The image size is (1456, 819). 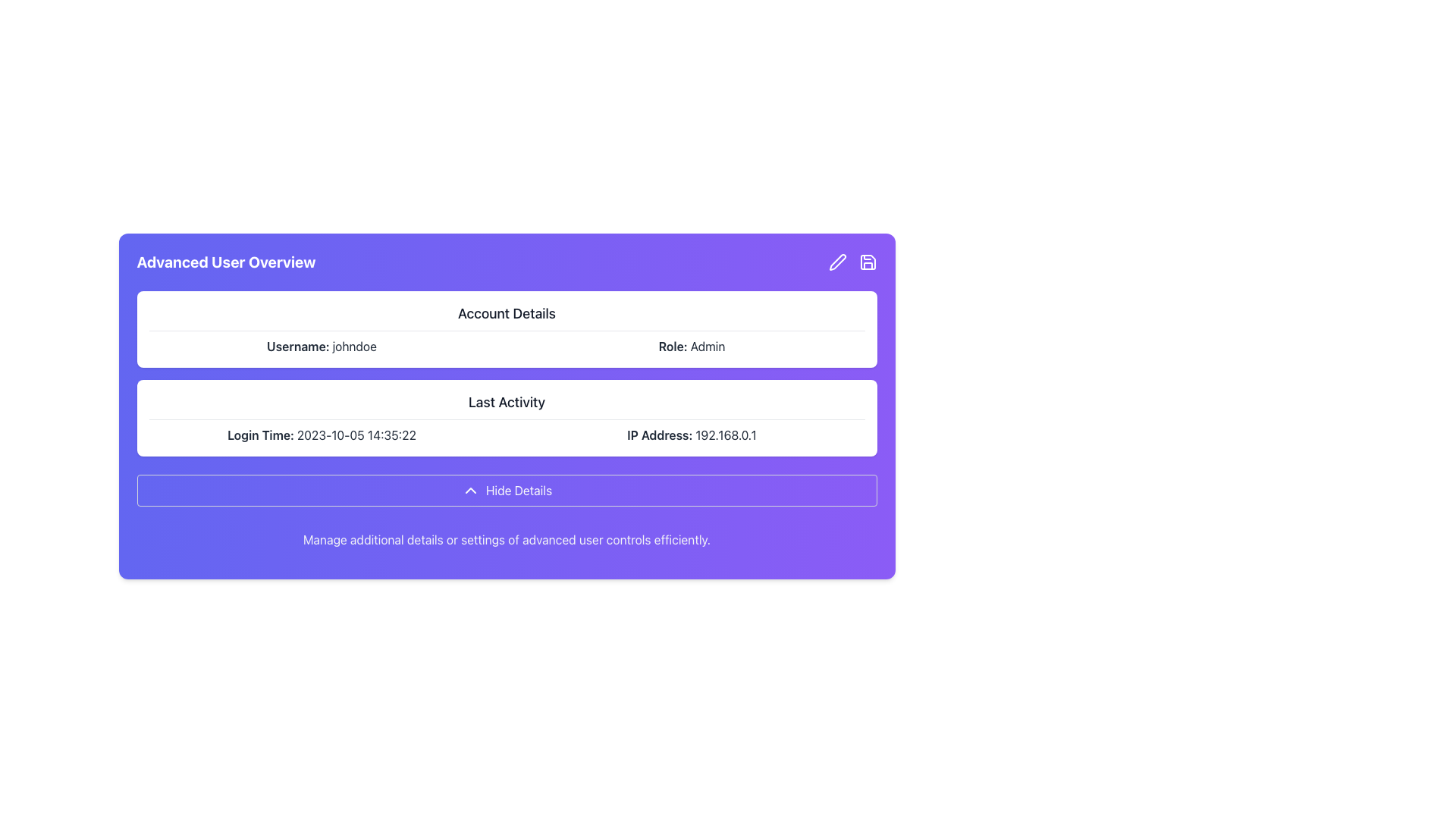 I want to click on text of the label displaying 'Role:' which is positioned to the left of the text 'Admin' under the 'Account Details' heading, so click(x=673, y=346).